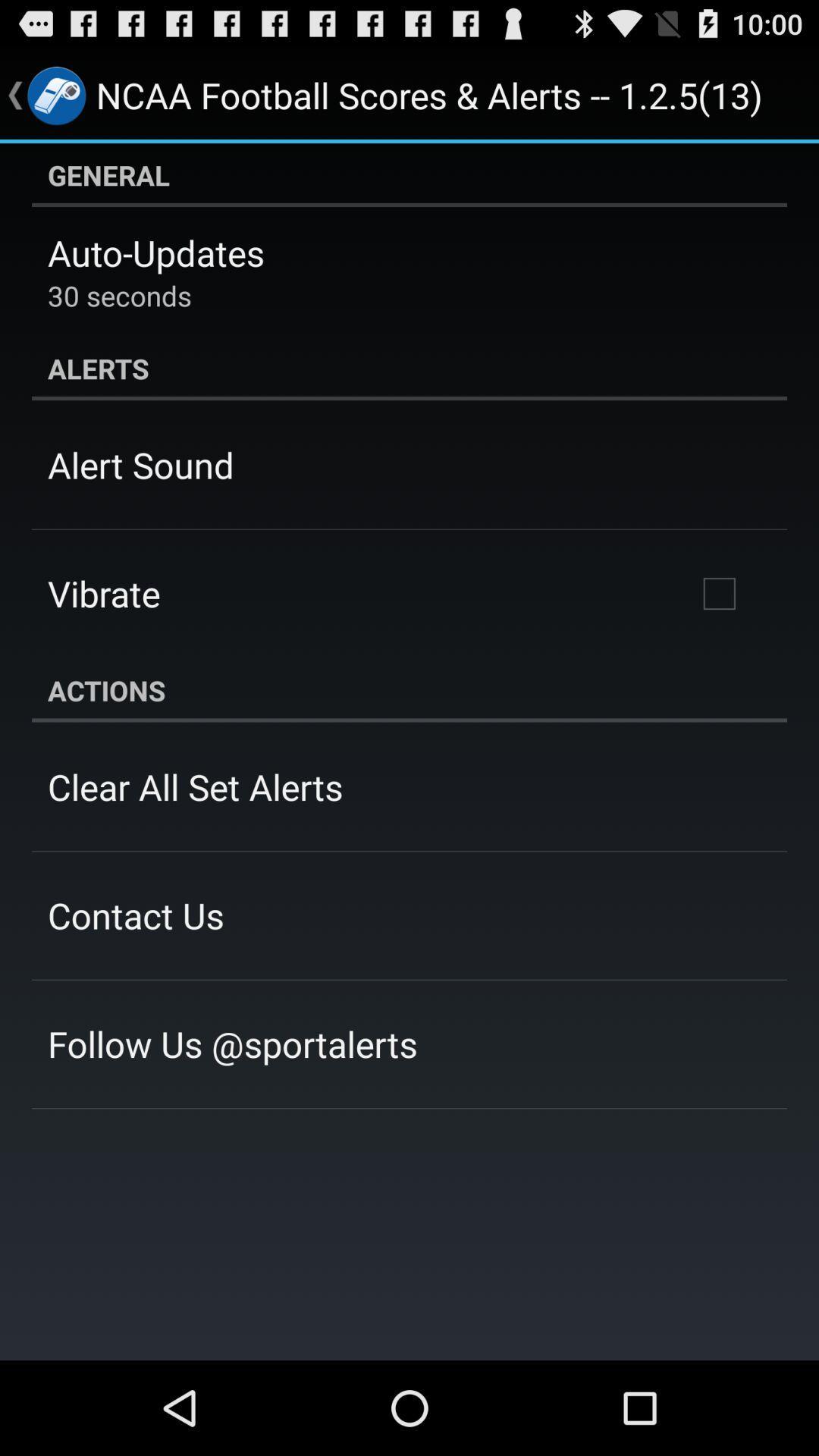 The height and width of the screenshot is (1456, 819). I want to click on the clear all set item, so click(194, 786).